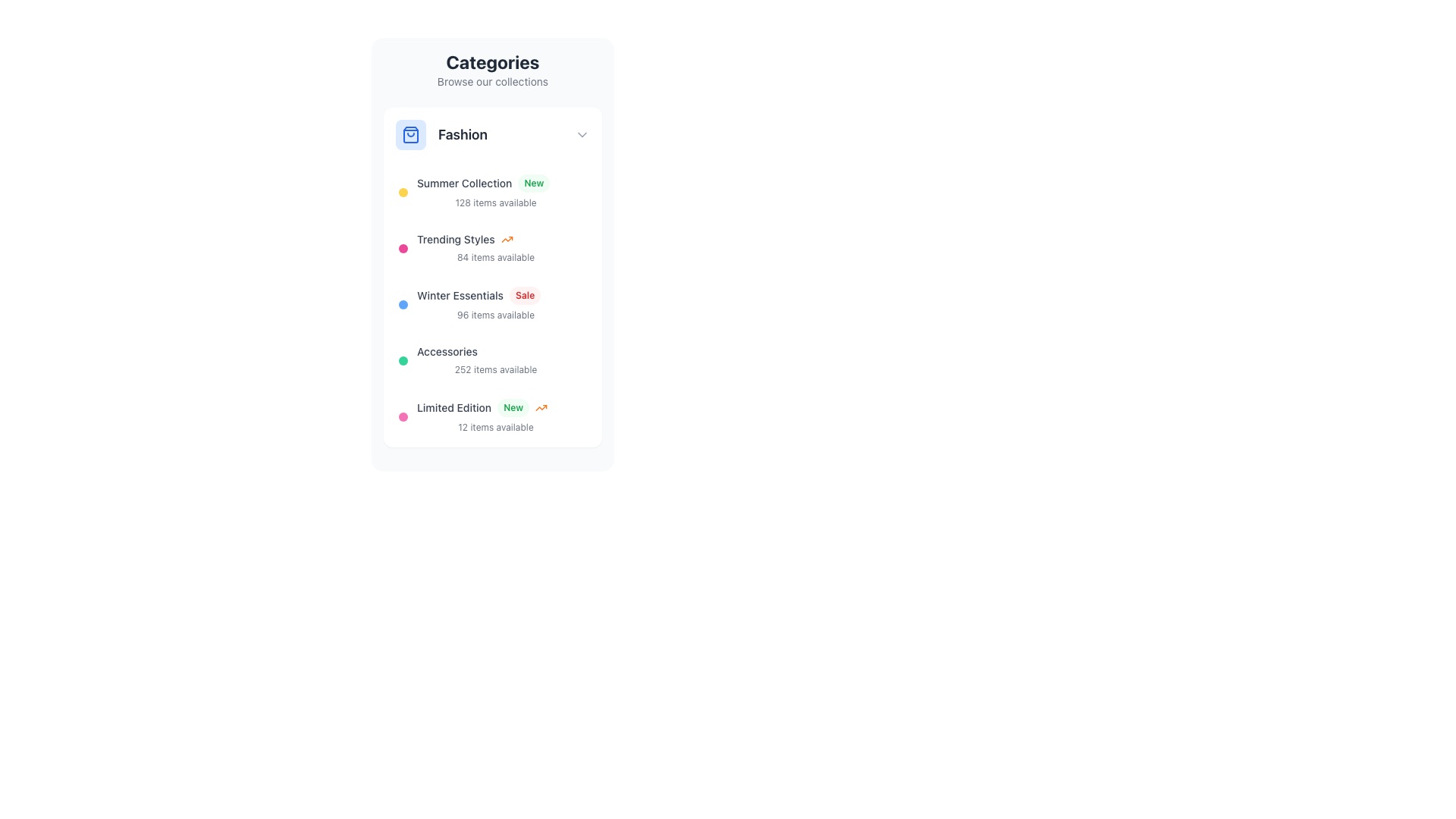 The height and width of the screenshot is (819, 1456). Describe the element at coordinates (459, 295) in the screenshot. I see `the 'Winter Essentials' text label, which is styled in gray and transitions to blue on hover, located within the 'Fashion' category block` at that location.